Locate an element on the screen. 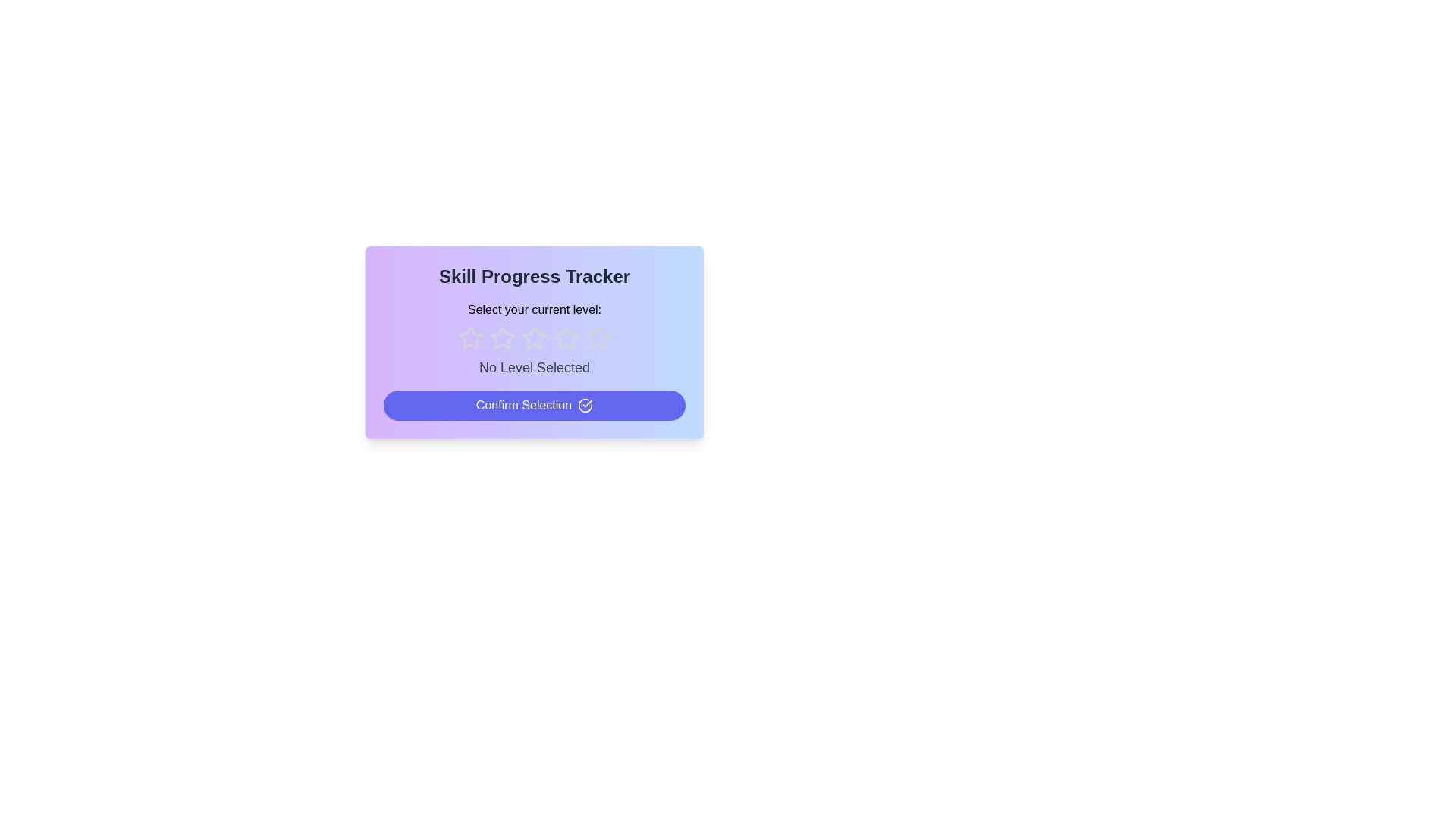 The width and height of the screenshot is (1456, 819). the star corresponding to 3 to preview the rating is located at coordinates (535, 337).